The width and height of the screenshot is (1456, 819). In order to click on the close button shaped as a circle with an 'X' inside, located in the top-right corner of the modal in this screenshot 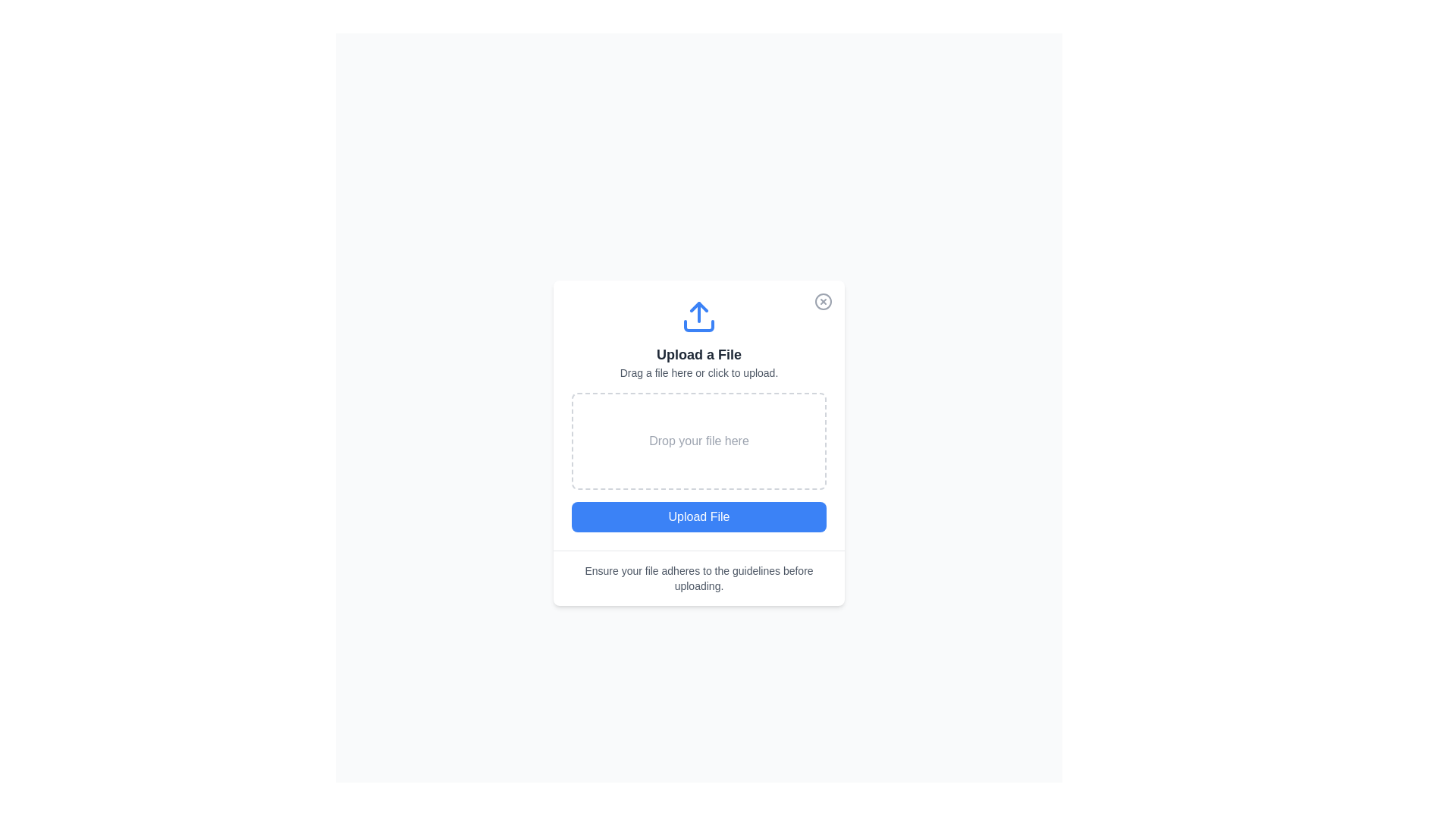, I will do `click(822, 301)`.